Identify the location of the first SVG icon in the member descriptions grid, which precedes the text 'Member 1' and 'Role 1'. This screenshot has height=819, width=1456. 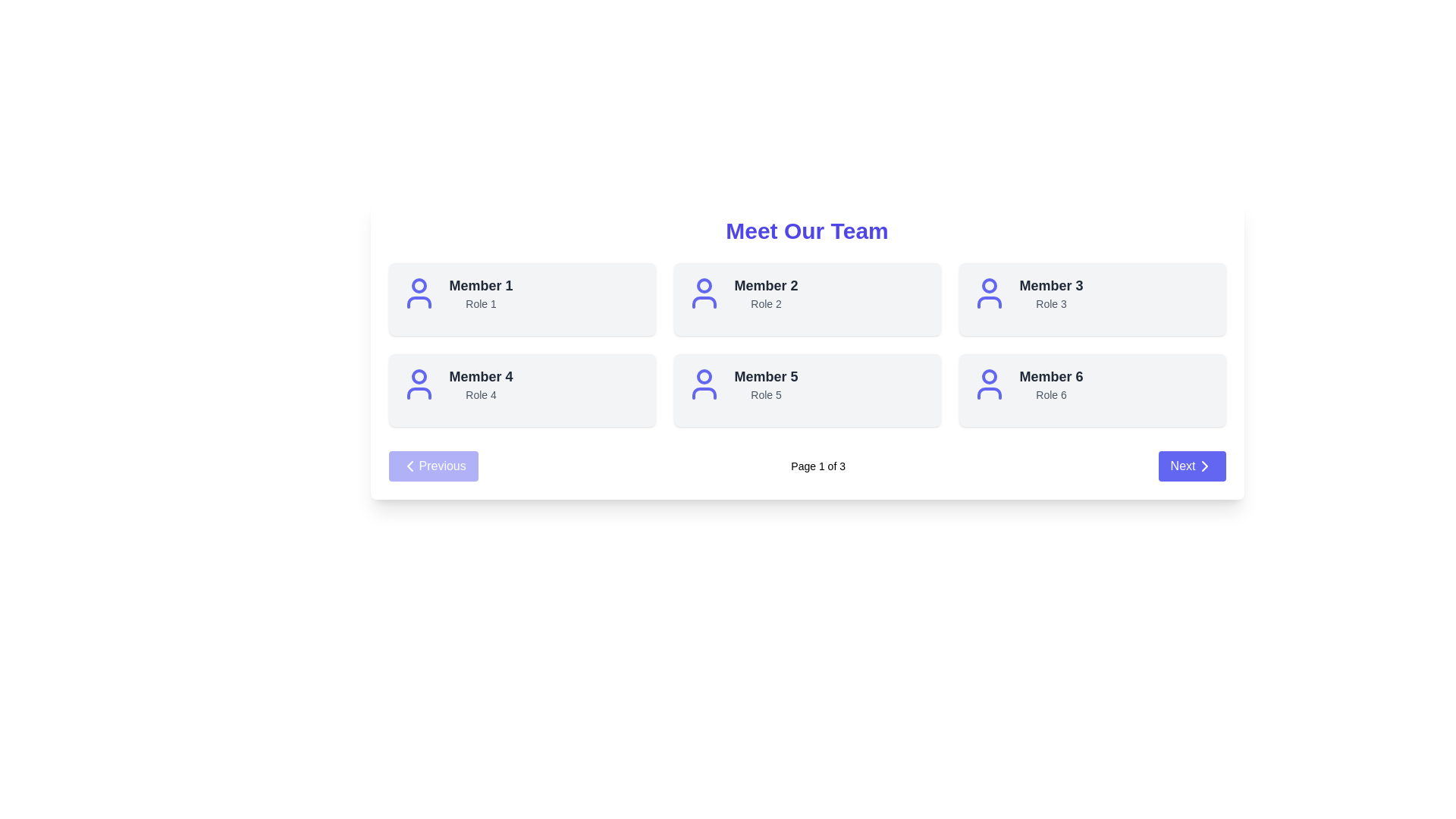
(419, 293).